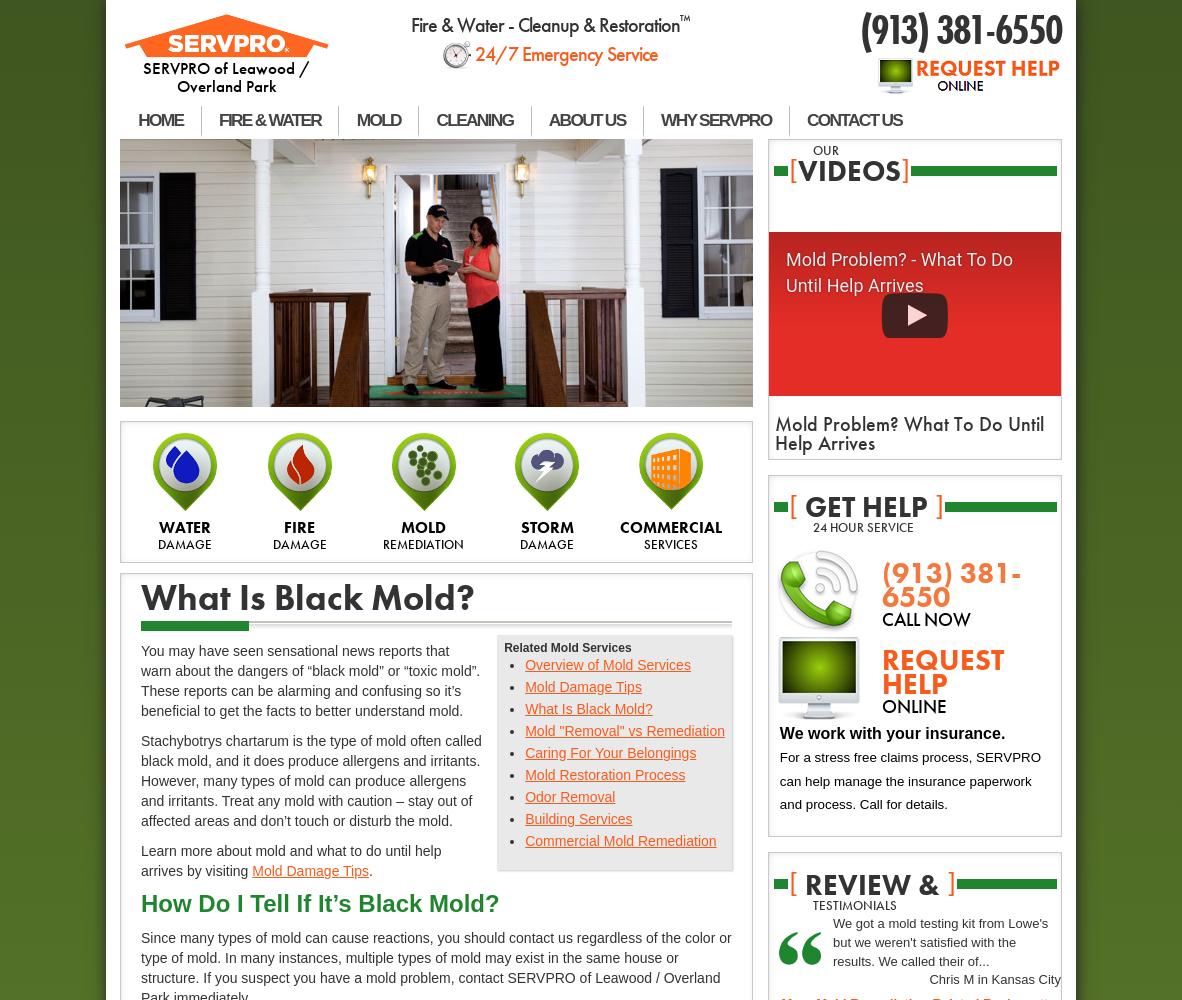  I want to click on 'You may have seen sensational news reports that warn about the dangers of “black mold” or “toxic mold”. These reports can be alarming and confusing so it’s beneficial to get the facts to better understand mold.', so click(141, 681).